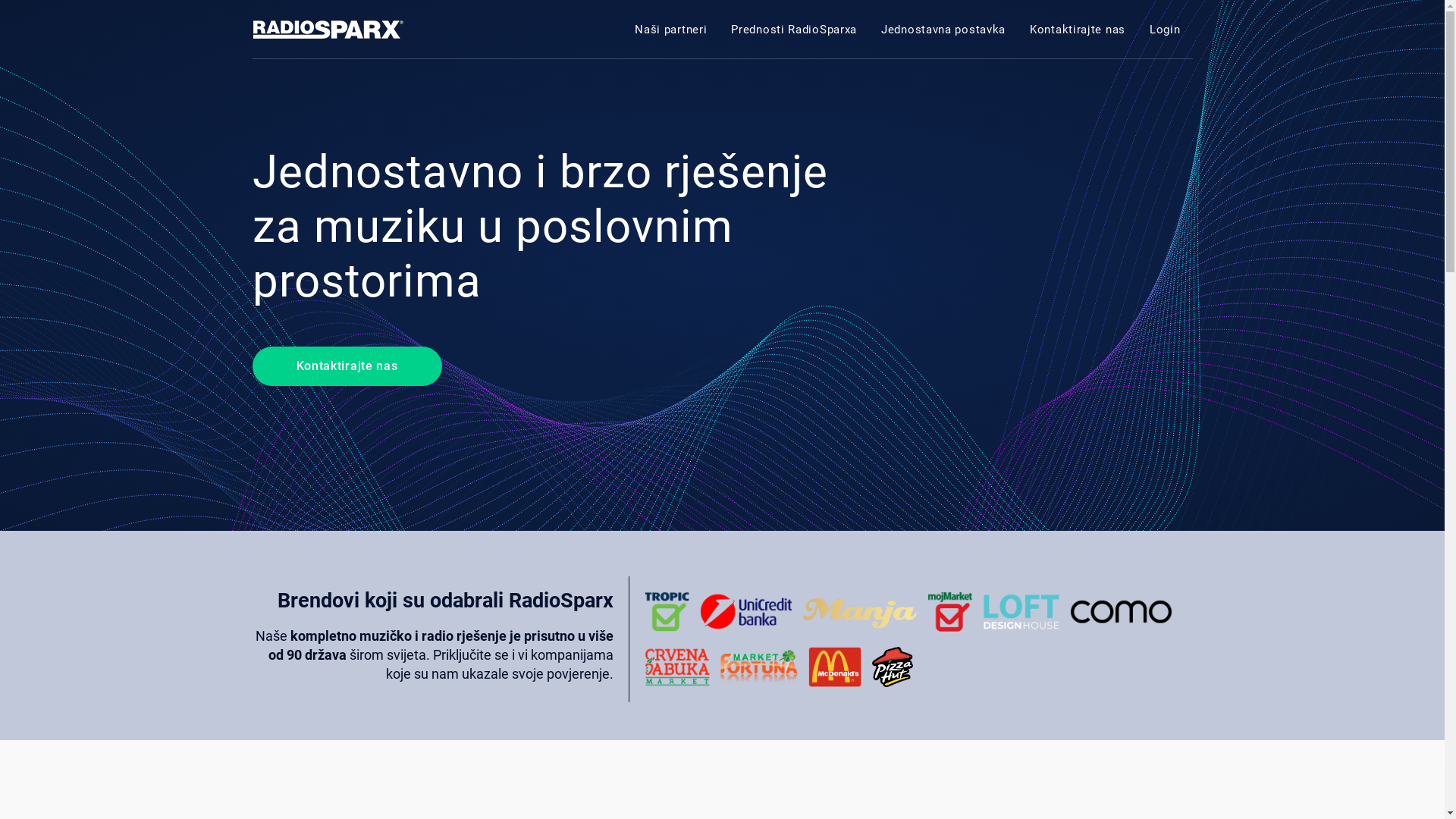 The width and height of the screenshot is (1456, 819). I want to click on 'Kontaktirajte nas', so click(345, 366).